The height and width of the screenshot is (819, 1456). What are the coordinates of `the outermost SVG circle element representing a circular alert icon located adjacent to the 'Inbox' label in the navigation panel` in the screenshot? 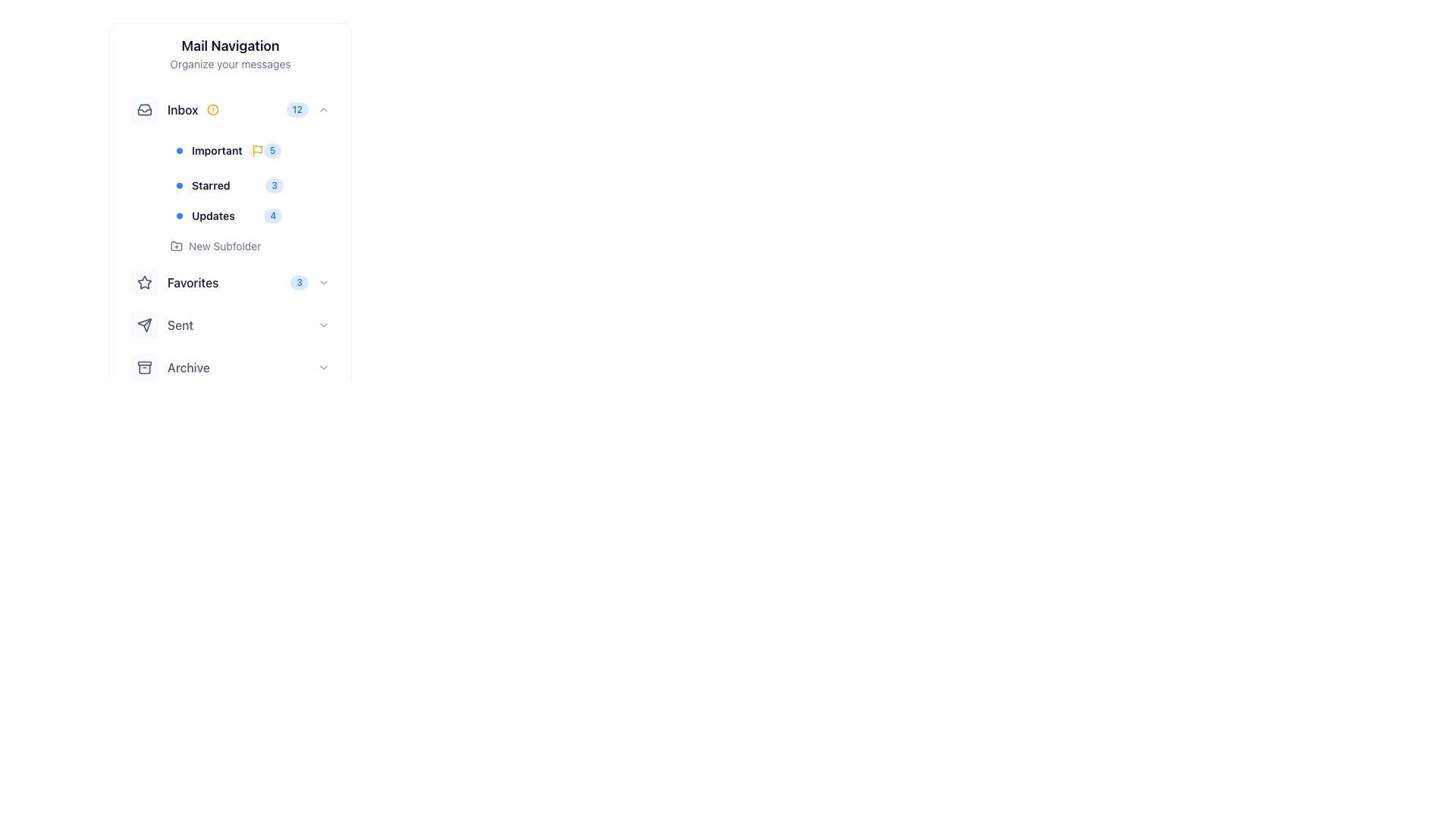 It's located at (212, 109).